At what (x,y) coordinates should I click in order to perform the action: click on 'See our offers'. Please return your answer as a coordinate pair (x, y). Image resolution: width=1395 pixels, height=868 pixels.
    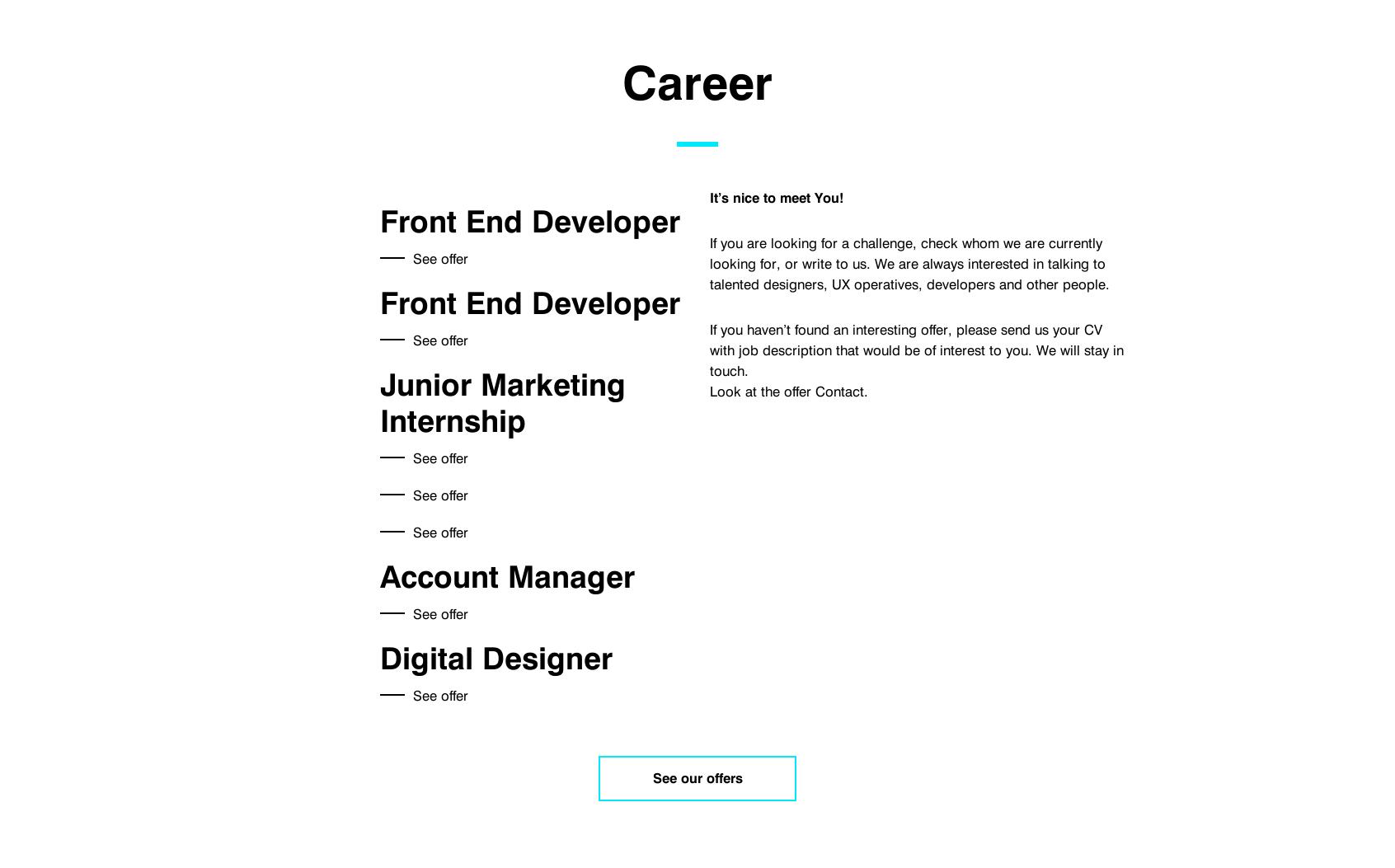
    Looking at the image, I should click on (652, 777).